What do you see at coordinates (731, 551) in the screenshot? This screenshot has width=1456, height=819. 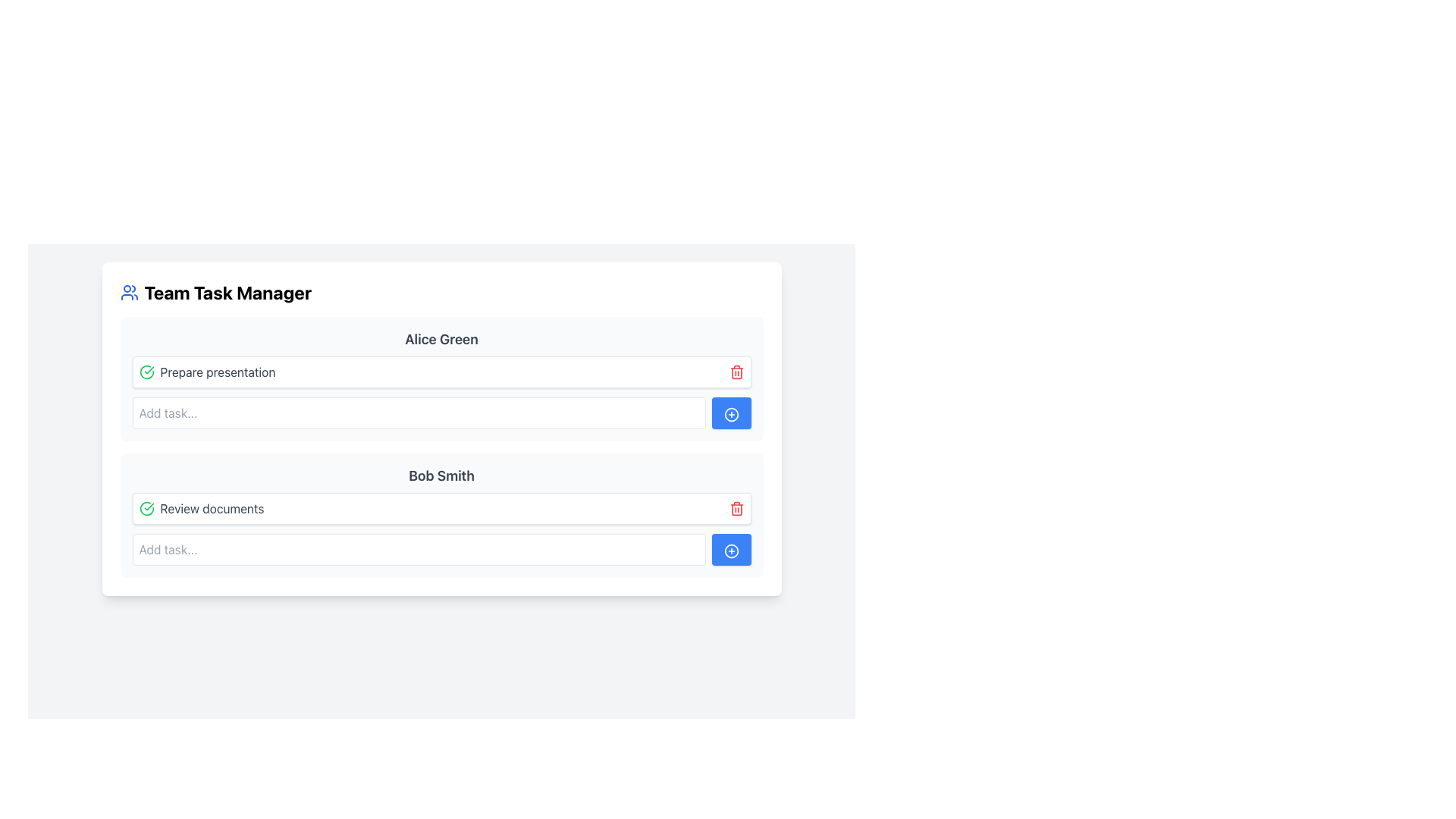 I see `the circular icon button with a plus sign at the center, located in the 'Add task...' section for 'Bob Smith'` at bounding box center [731, 551].